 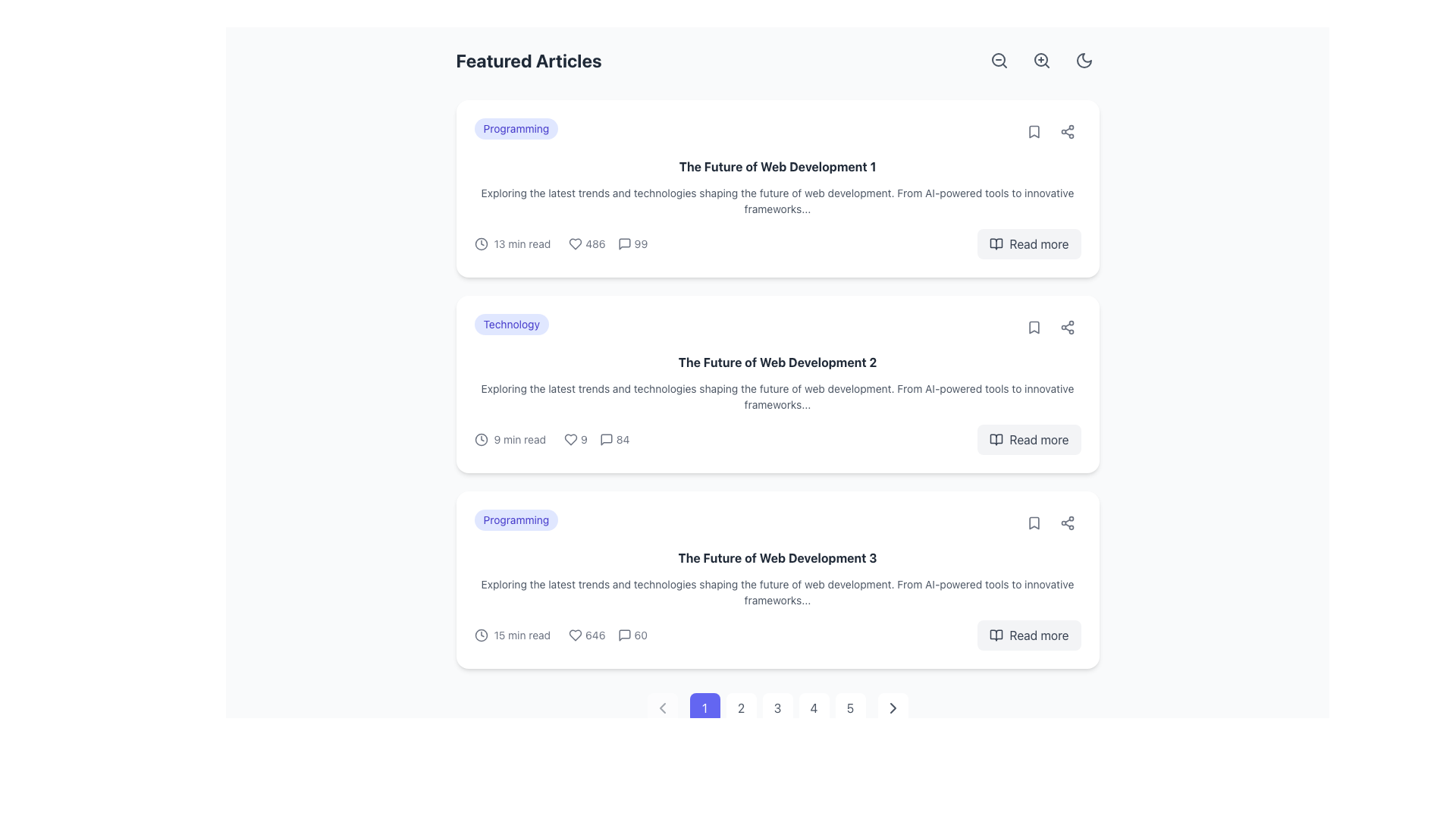 I want to click on the rectangular button with rounded corners labeled 'Read more' that appears in the bottom-right corner of the card for 'The Future of Web Development 1', so click(x=1029, y=243).